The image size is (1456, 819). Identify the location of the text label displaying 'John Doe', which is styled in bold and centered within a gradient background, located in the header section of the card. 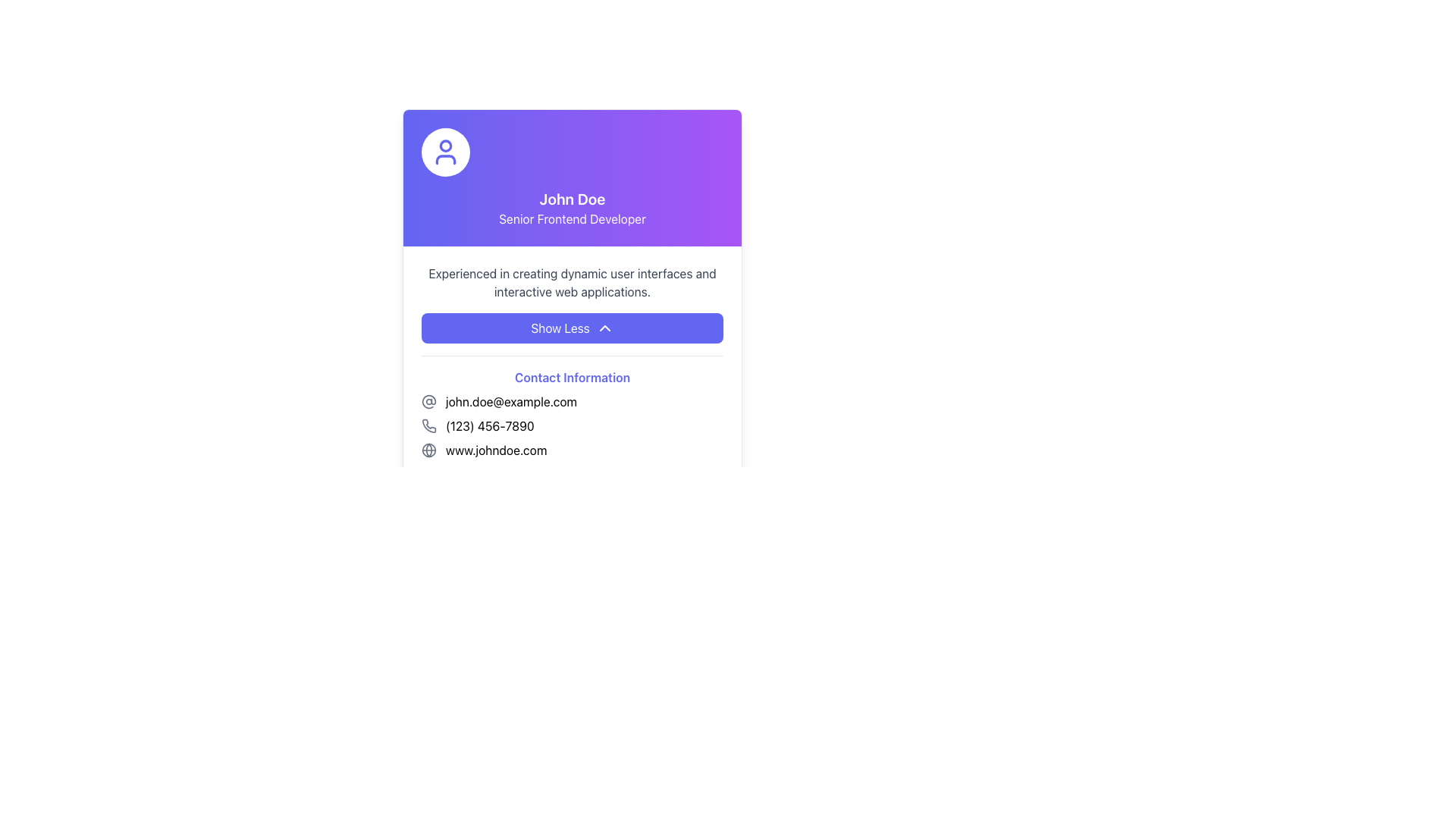
(571, 198).